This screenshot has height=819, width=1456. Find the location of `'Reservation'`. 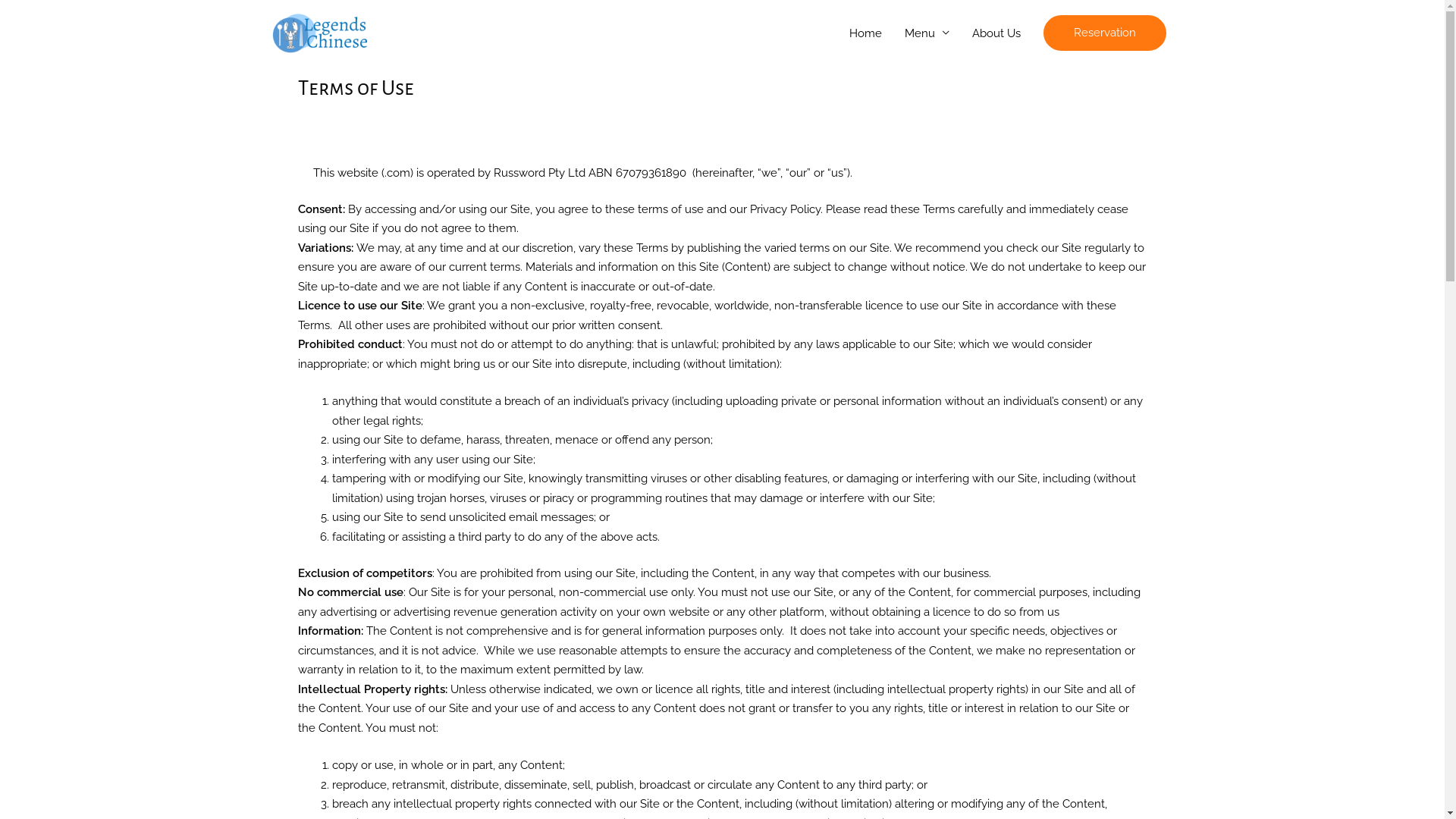

'Reservation' is located at coordinates (1105, 33).